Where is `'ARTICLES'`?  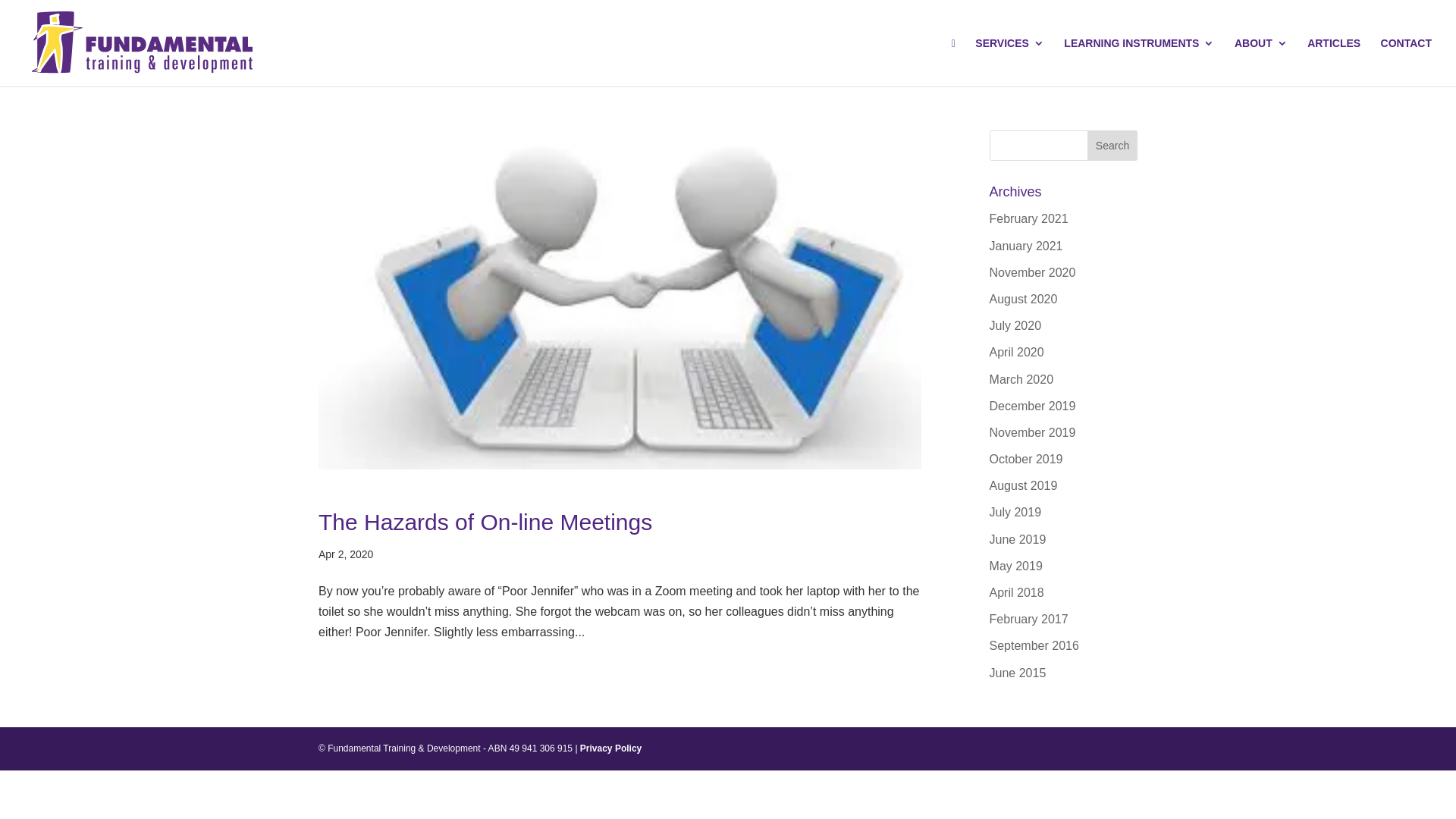
'ARTICLES' is located at coordinates (1332, 61).